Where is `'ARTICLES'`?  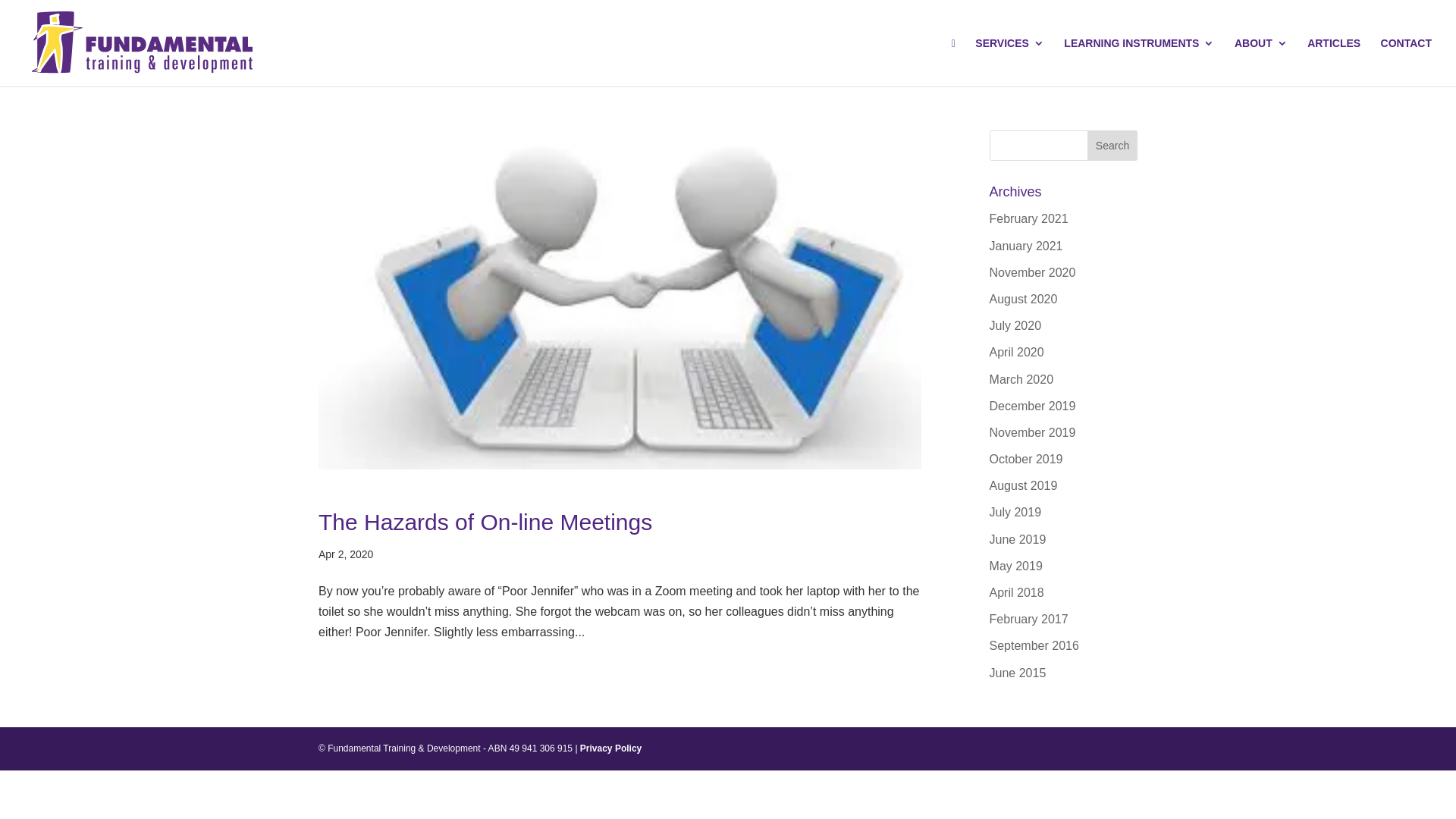
'ARTICLES' is located at coordinates (1332, 61).